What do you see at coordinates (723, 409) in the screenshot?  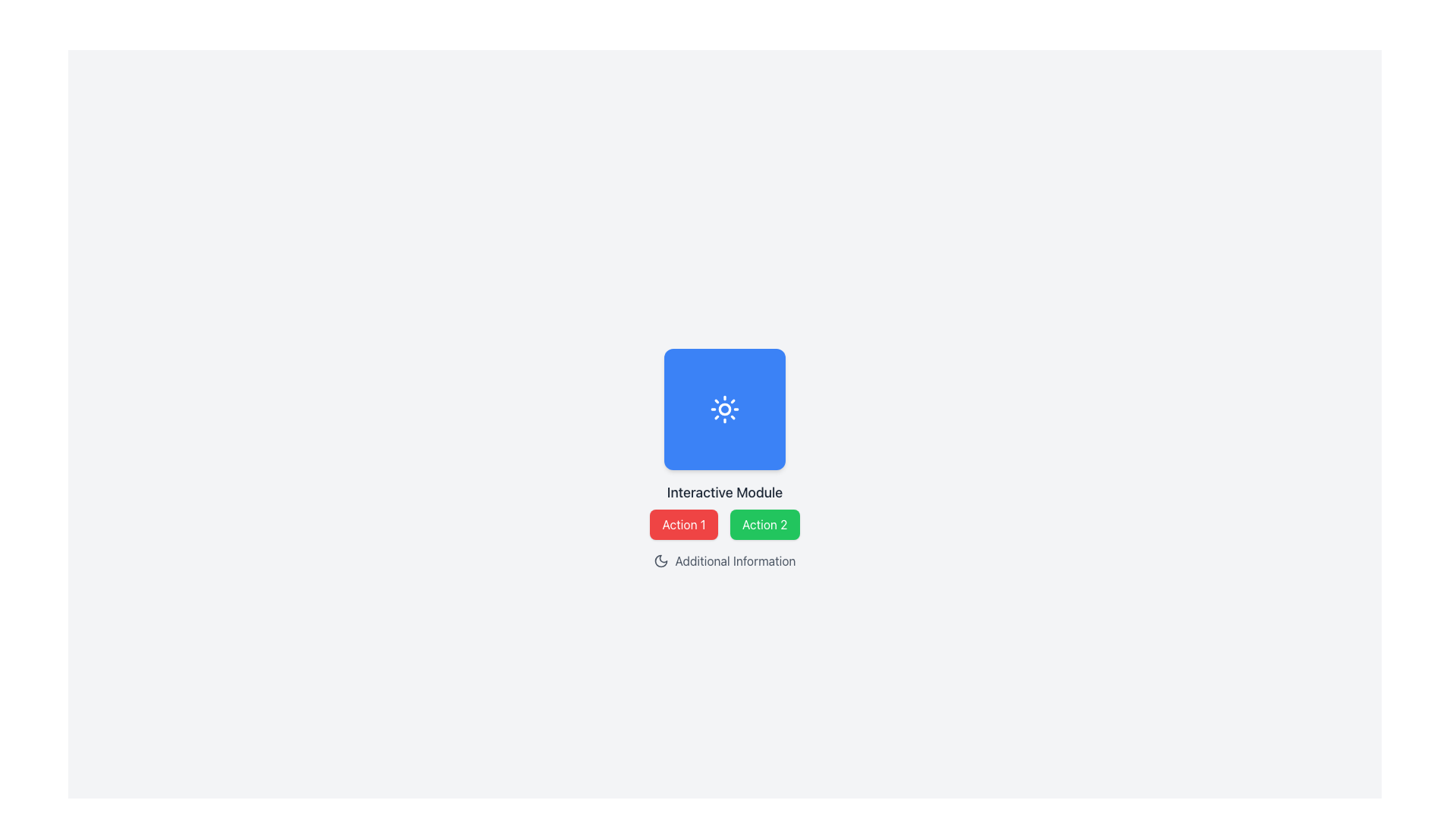 I see `the central interactive button positioned above the text 'Interactive Module' and aligned with the buttons 'Action 1' and 'Action 2'` at bounding box center [723, 409].